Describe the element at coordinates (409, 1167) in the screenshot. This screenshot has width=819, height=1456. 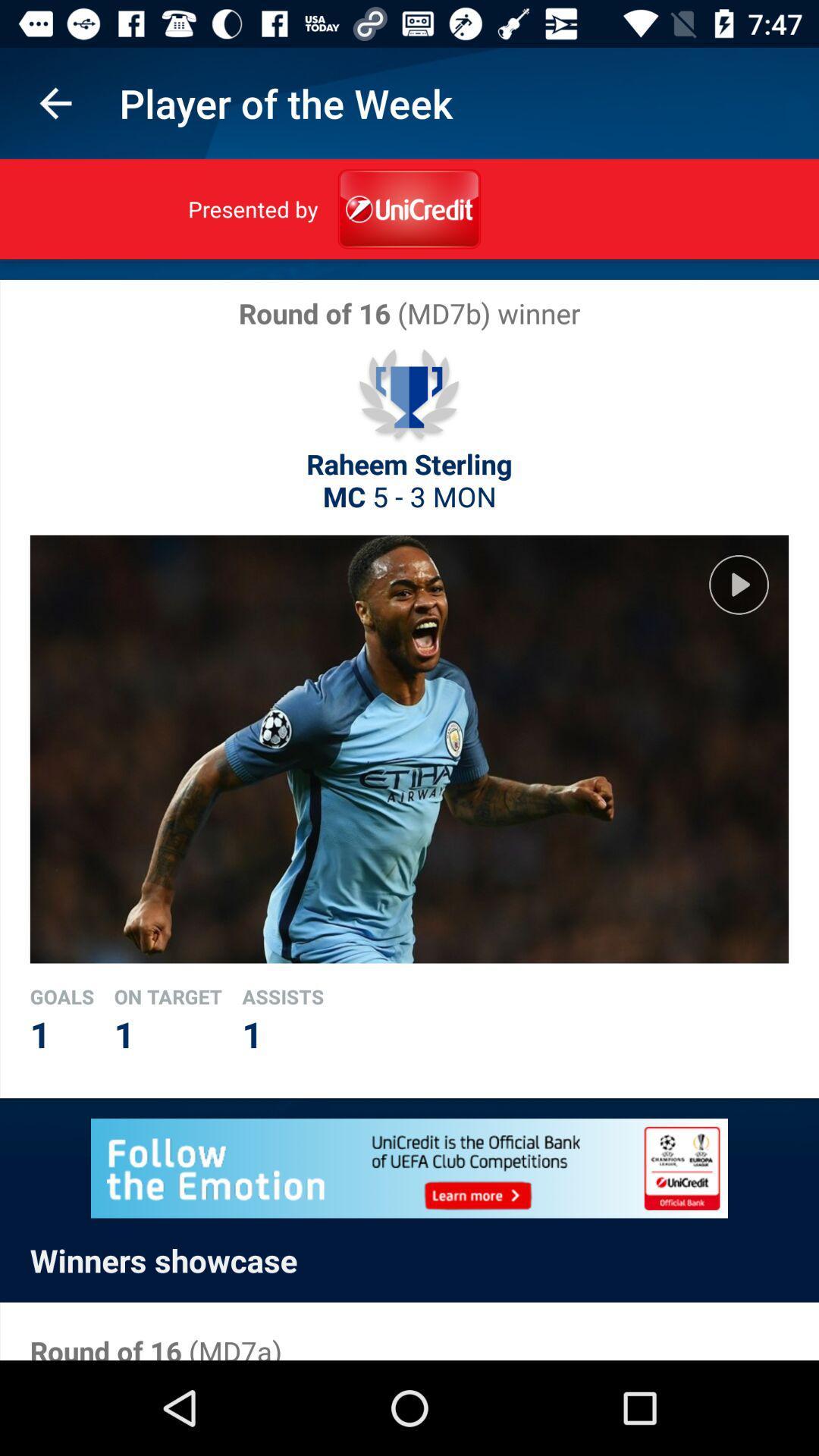
I see `advertisement page` at that location.